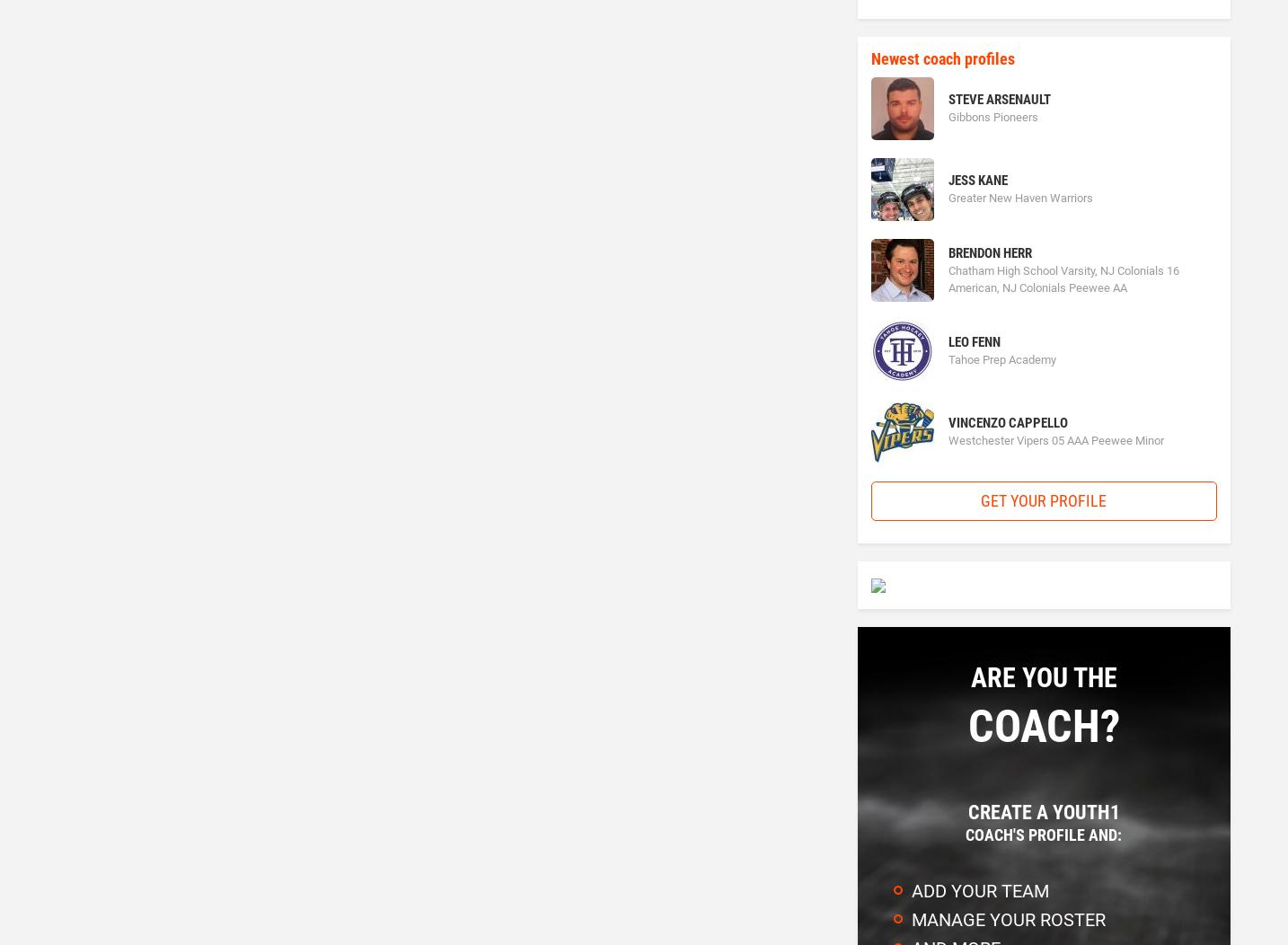  I want to click on 'Gibbons Pioneers', so click(992, 117).